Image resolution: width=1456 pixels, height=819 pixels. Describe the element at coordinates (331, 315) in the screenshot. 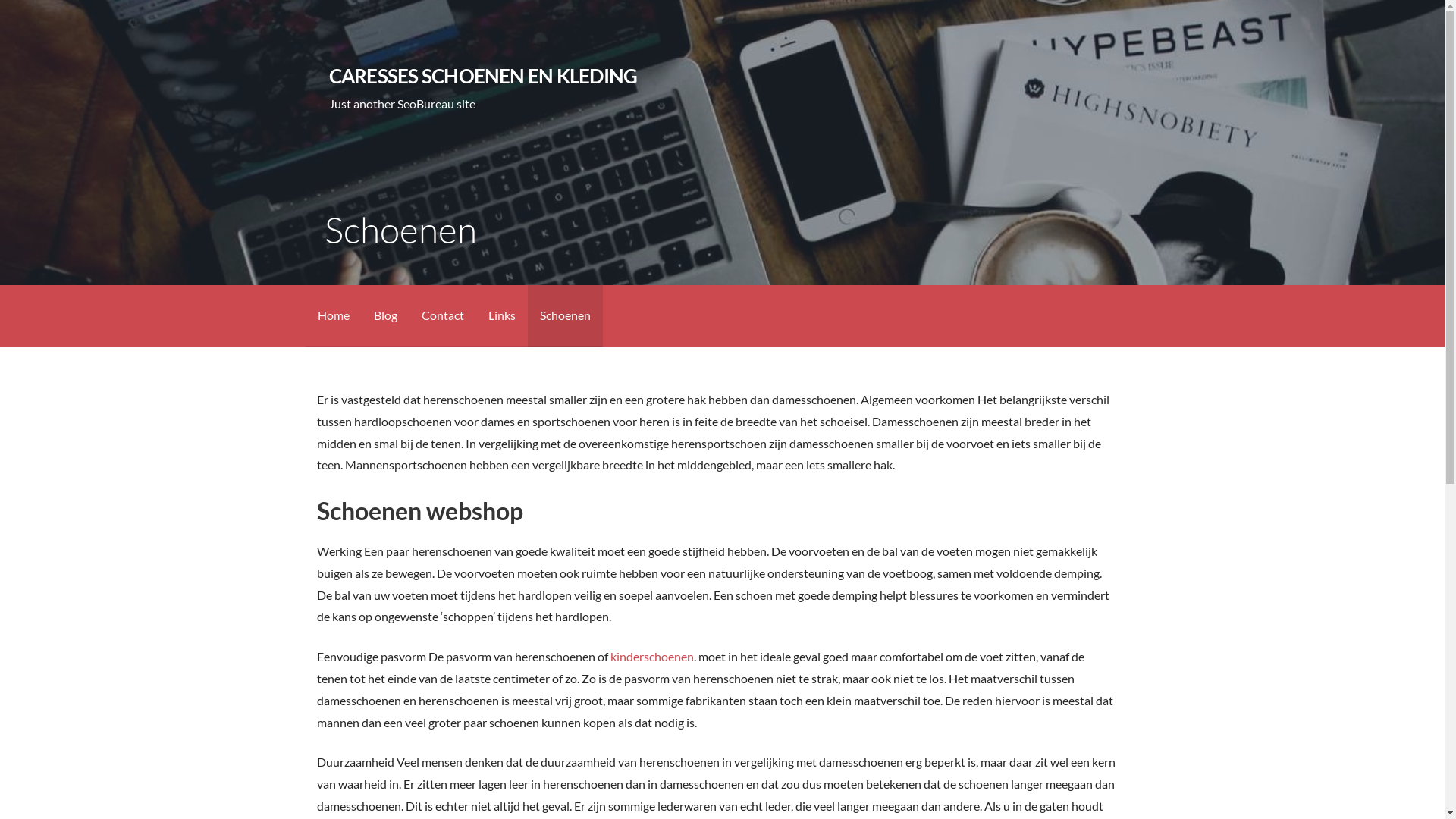

I see `'Home'` at that location.